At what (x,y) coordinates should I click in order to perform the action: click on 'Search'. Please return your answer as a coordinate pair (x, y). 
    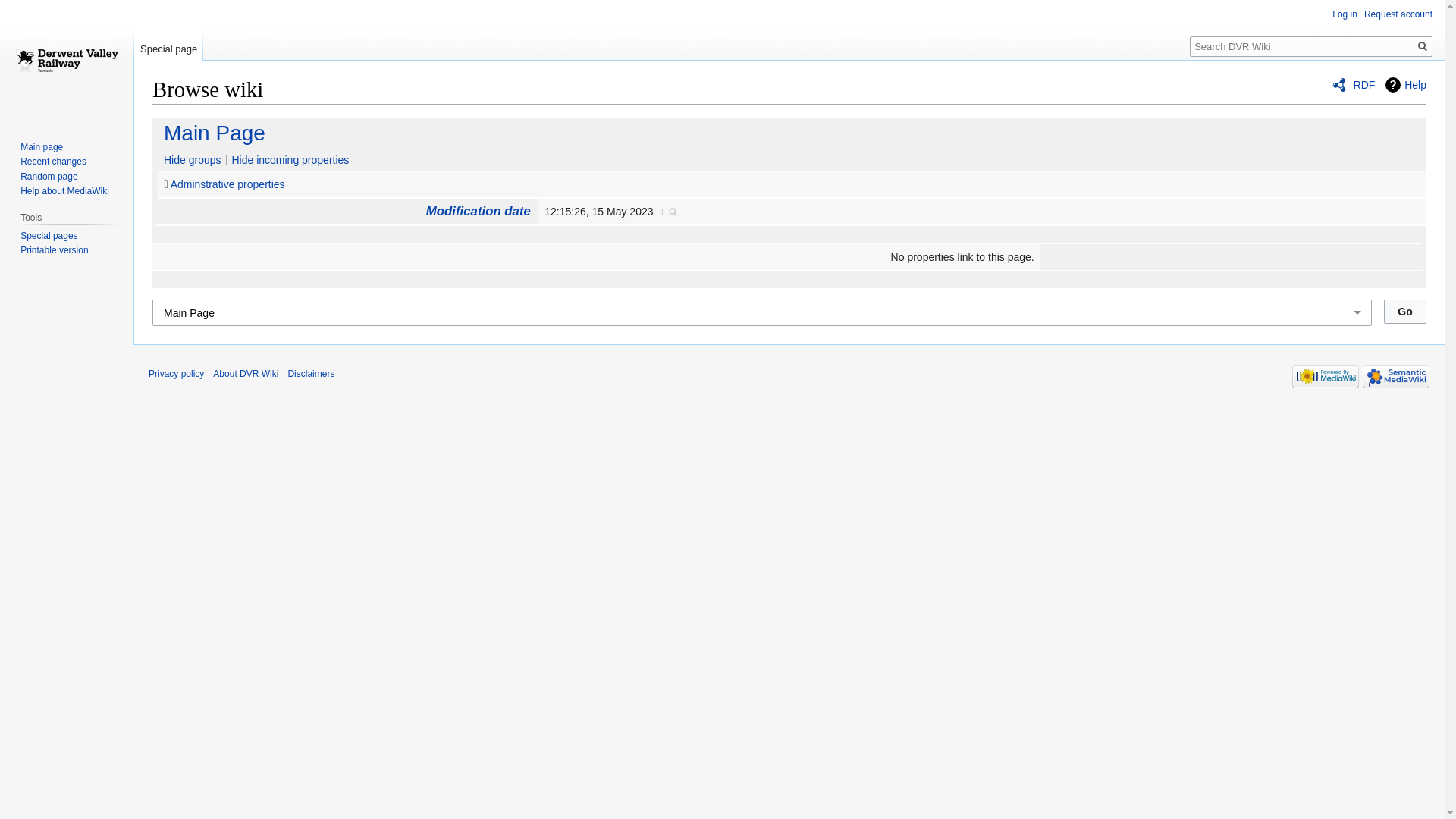
    Looking at the image, I should click on (1412, 45).